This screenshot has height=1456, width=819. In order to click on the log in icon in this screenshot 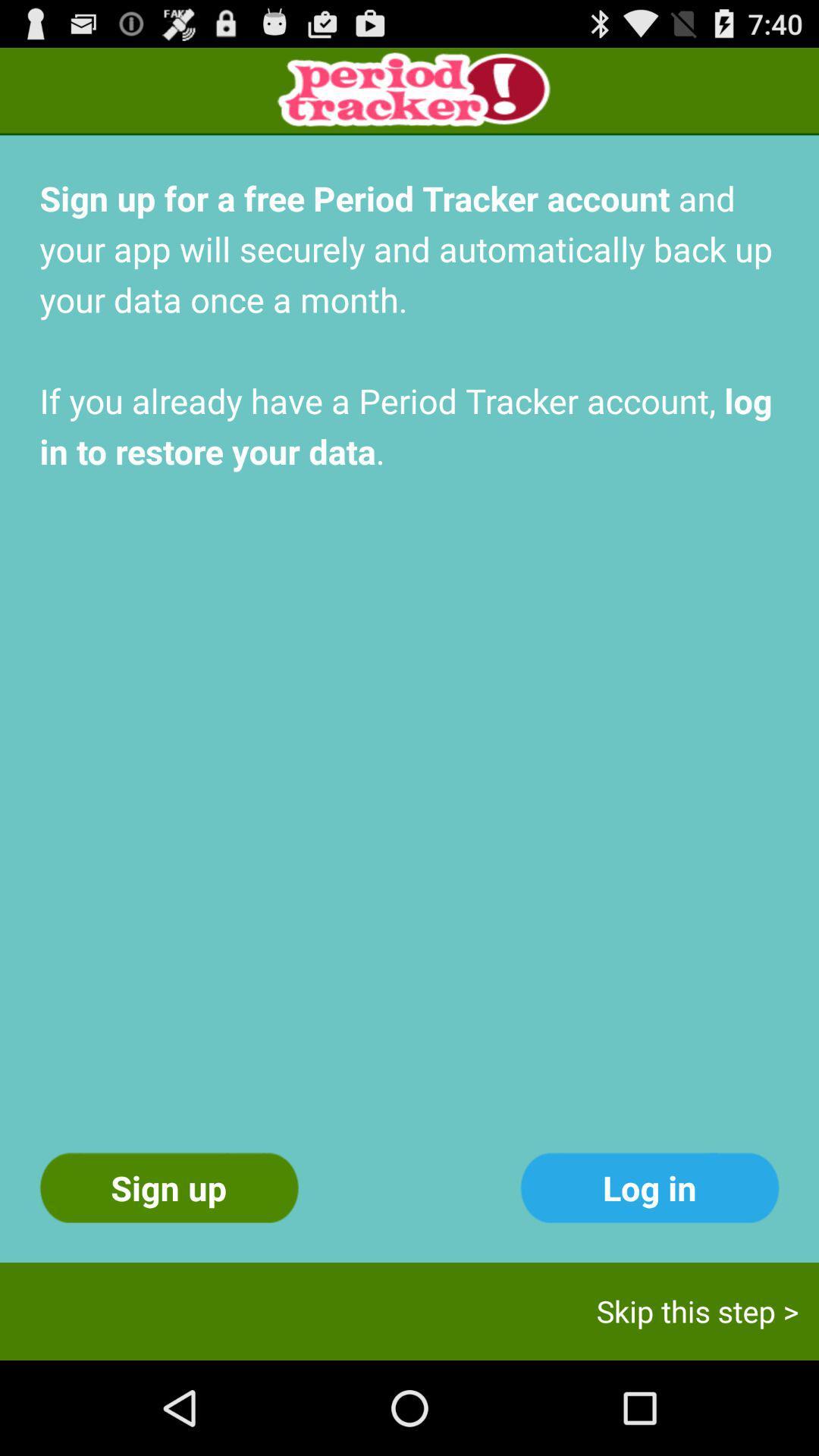, I will do `click(648, 1187)`.